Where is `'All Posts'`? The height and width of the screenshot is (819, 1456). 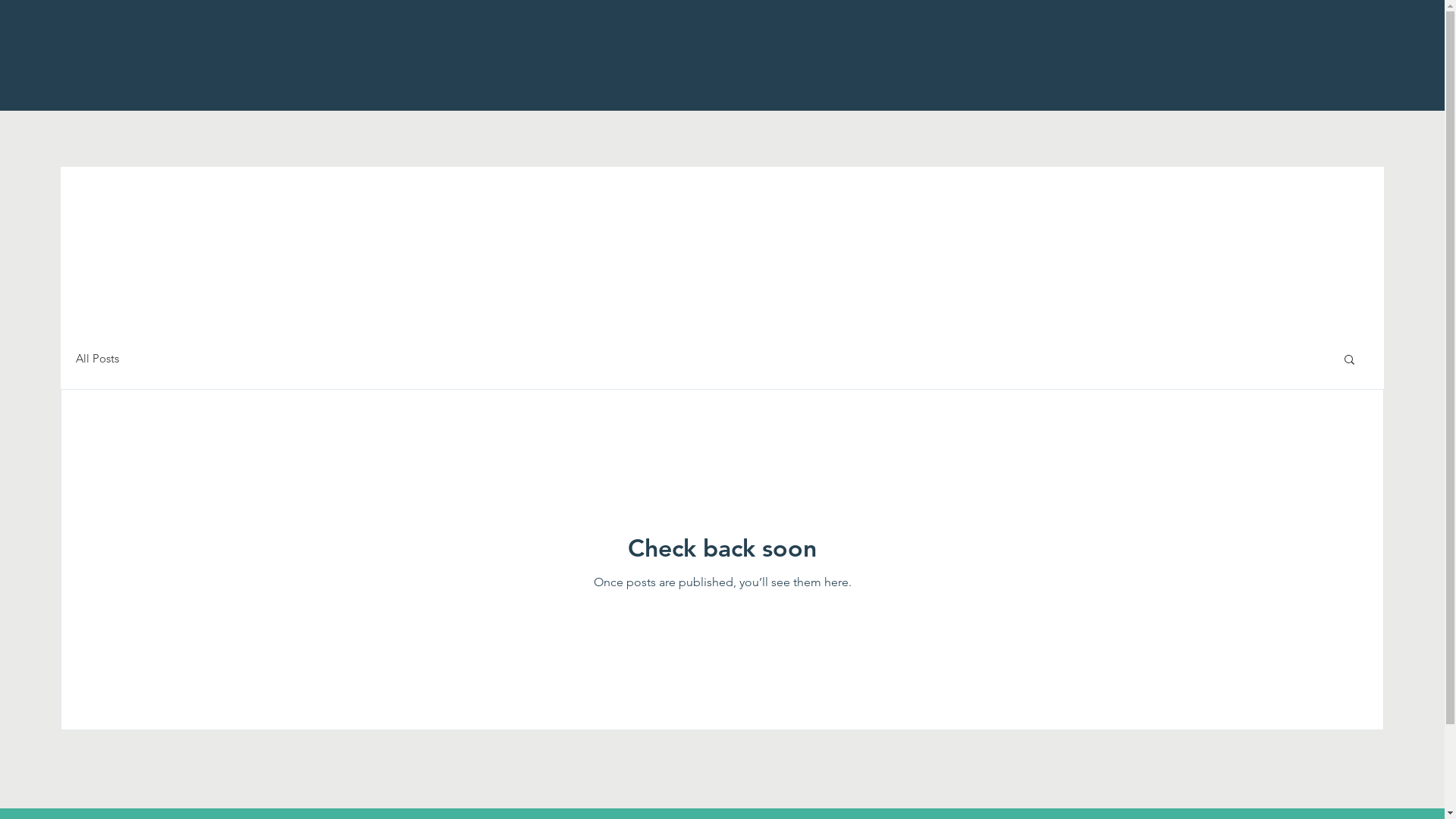
'All Posts' is located at coordinates (75, 358).